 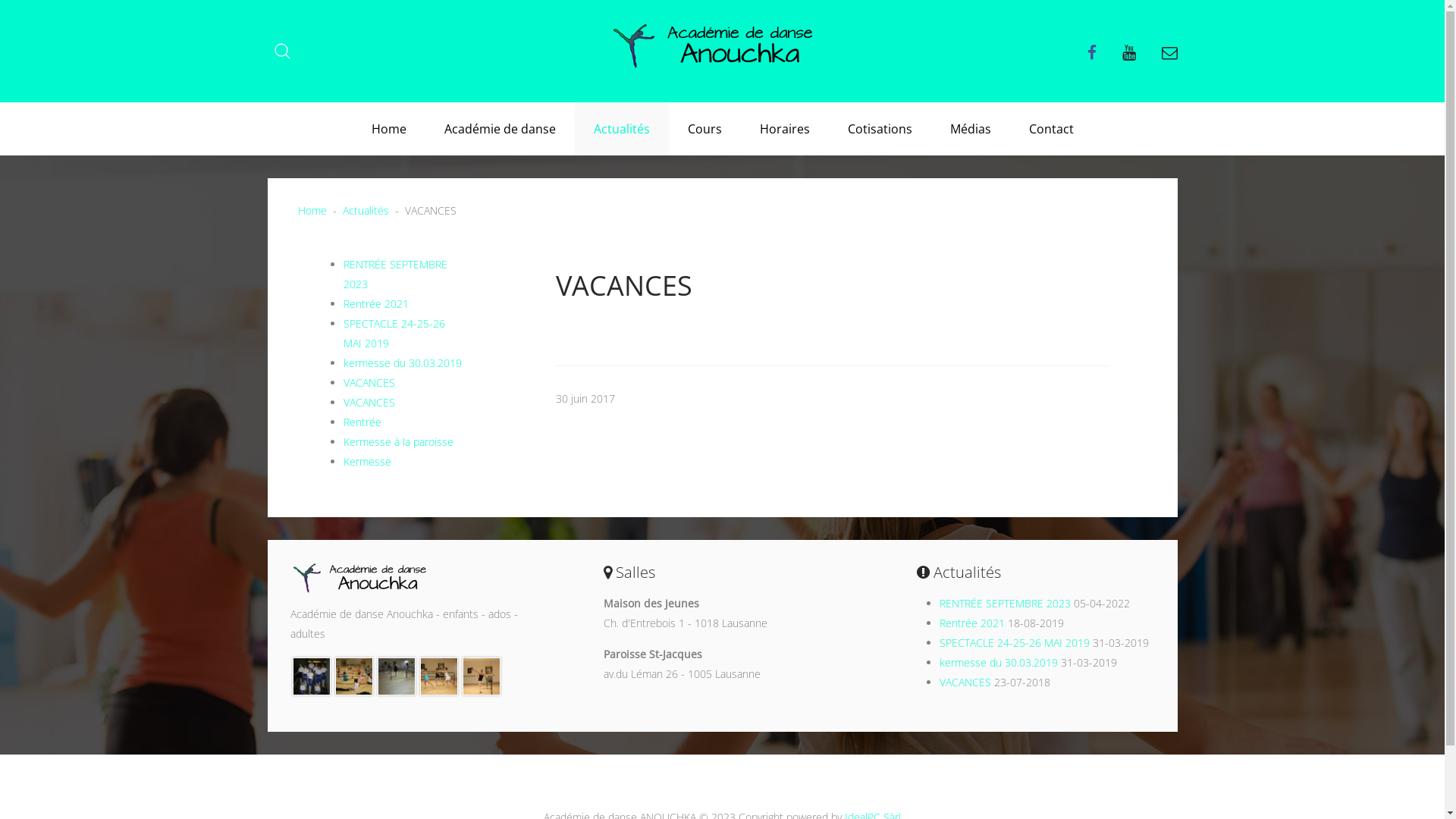 I want to click on 'VACANCES', so click(x=938, y=681).